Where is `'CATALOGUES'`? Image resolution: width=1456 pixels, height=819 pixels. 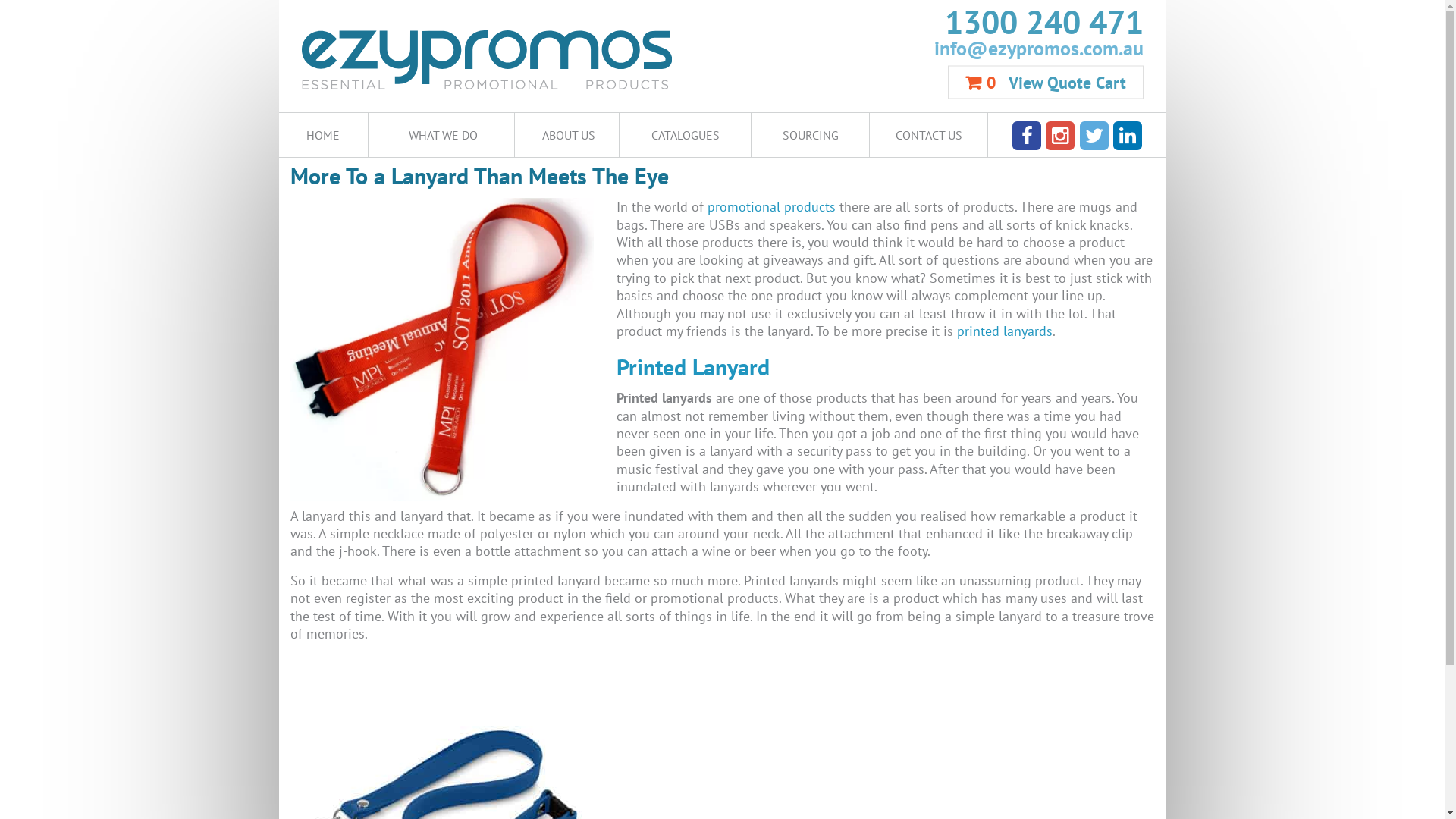
'CATALOGUES' is located at coordinates (619, 133).